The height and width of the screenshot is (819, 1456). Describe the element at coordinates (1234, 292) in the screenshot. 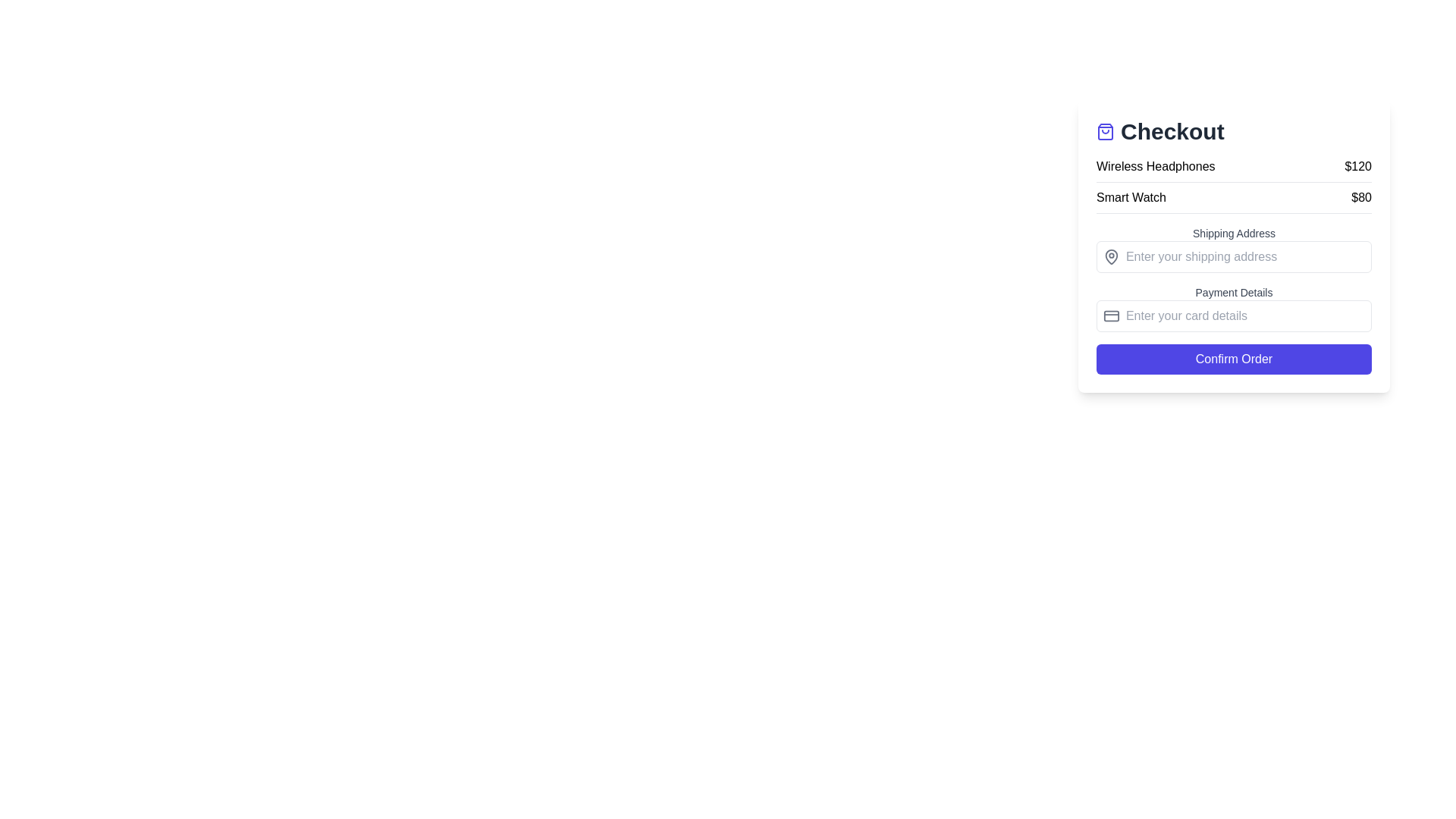

I see `the label indicating payment details in the checkout card, which is positioned above the input field with a card icon placeholder` at that location.